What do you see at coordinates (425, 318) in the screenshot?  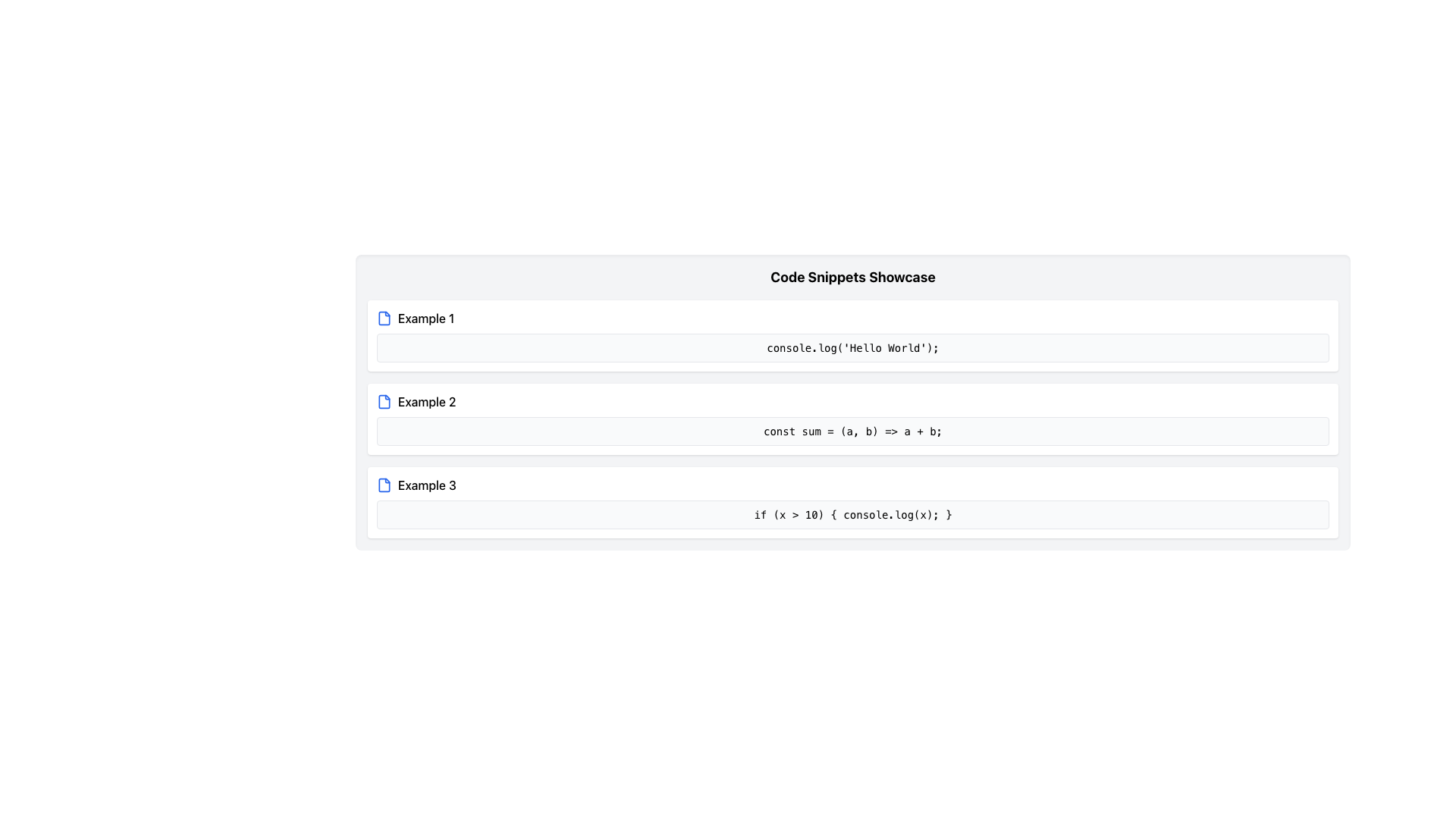 I see `the text label 'Example 1' which is styled in medium font and positioned to the right of a blue file icon in the 'Code Snippets Showcase' list` at bounding box center [425, 318].